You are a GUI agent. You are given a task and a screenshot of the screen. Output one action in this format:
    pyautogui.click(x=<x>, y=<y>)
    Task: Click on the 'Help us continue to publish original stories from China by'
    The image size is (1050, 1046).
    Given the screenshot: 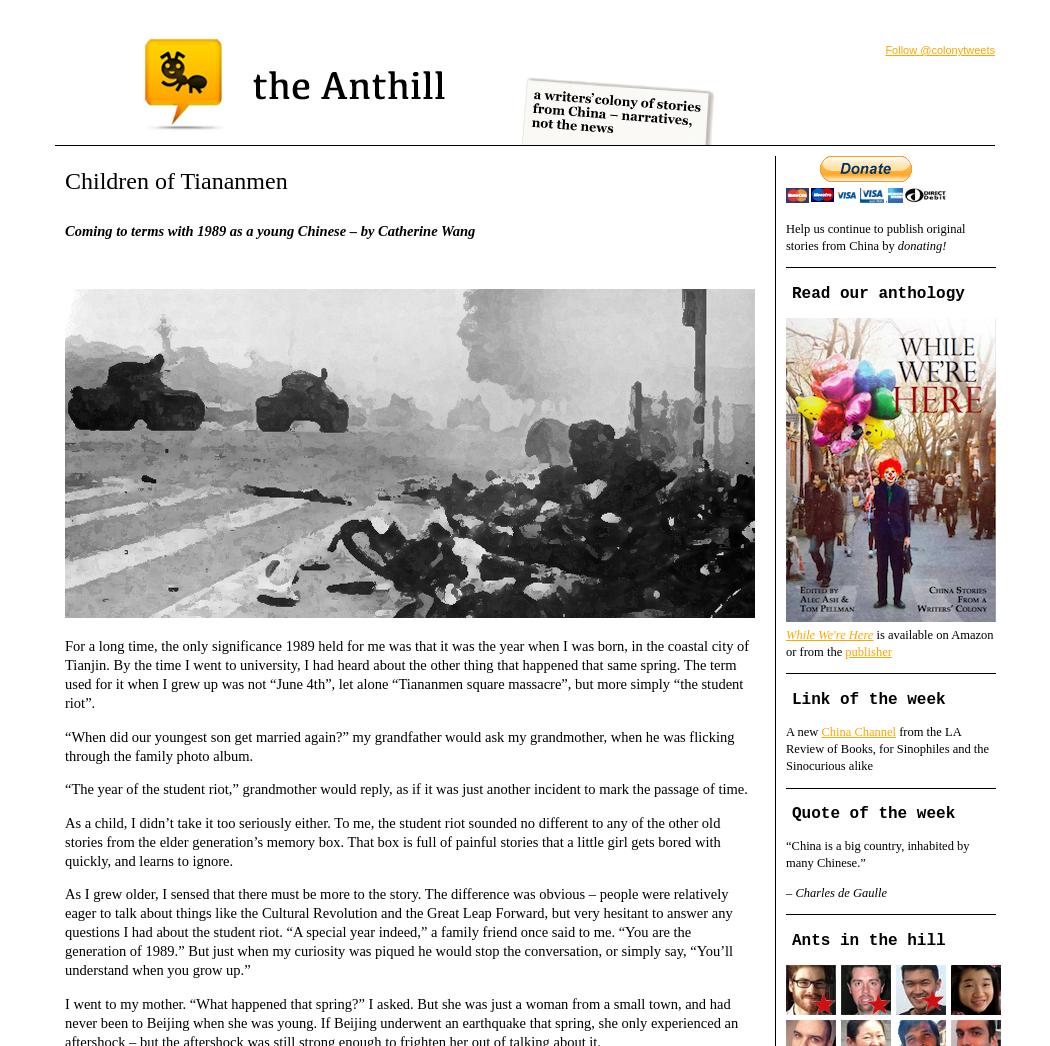 What is the action you would take?
    pyautogui.click(x=874, y=235)
    